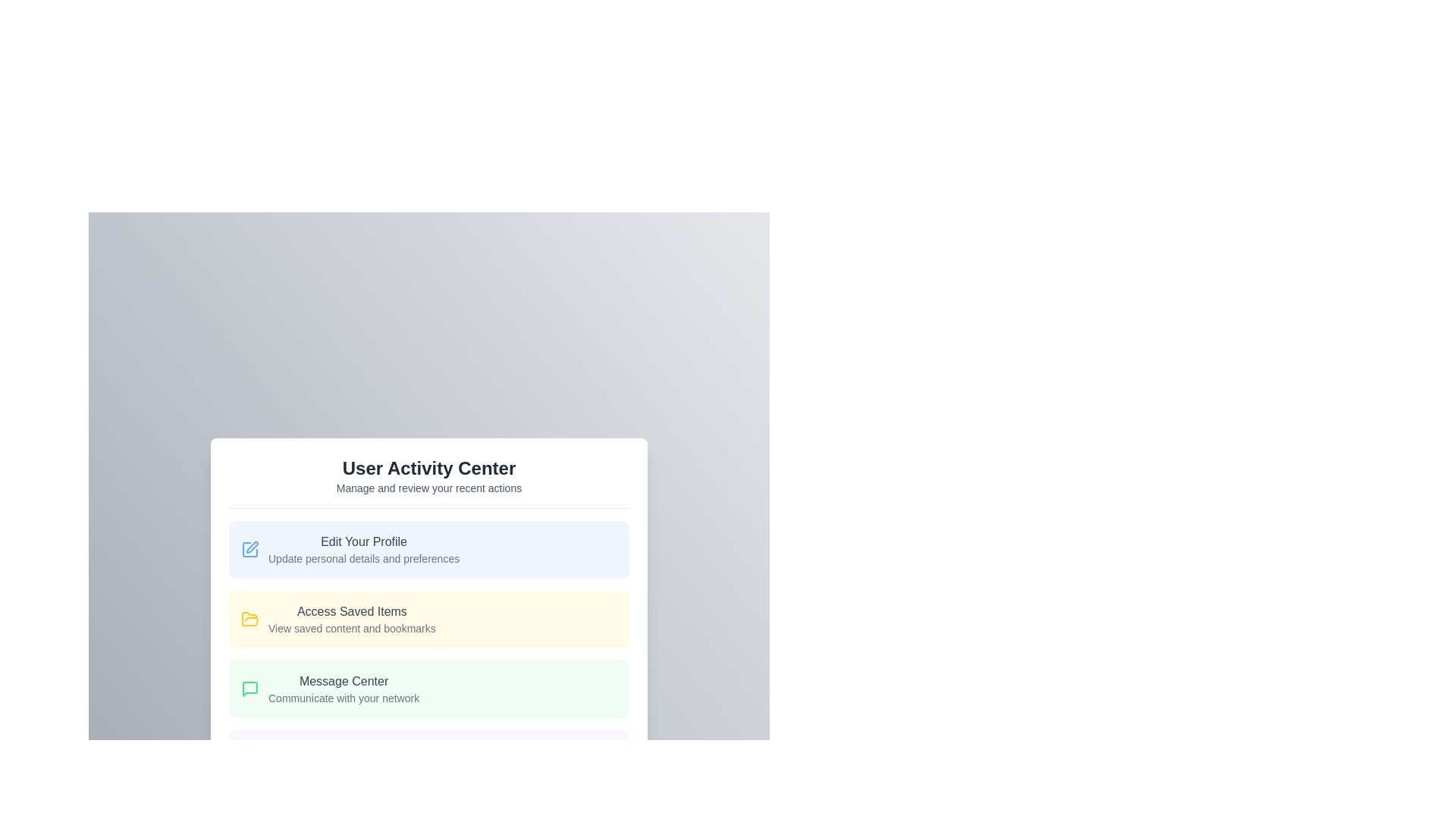 The width and height of the screenshot is (1456, 819). What do you see at coordinates (428, 482) in the screenshot?
I see `information displayed in the header titled 'User Activity Center' with a description 'Manage and review your recent actions'` at bounding box center [428, 482].